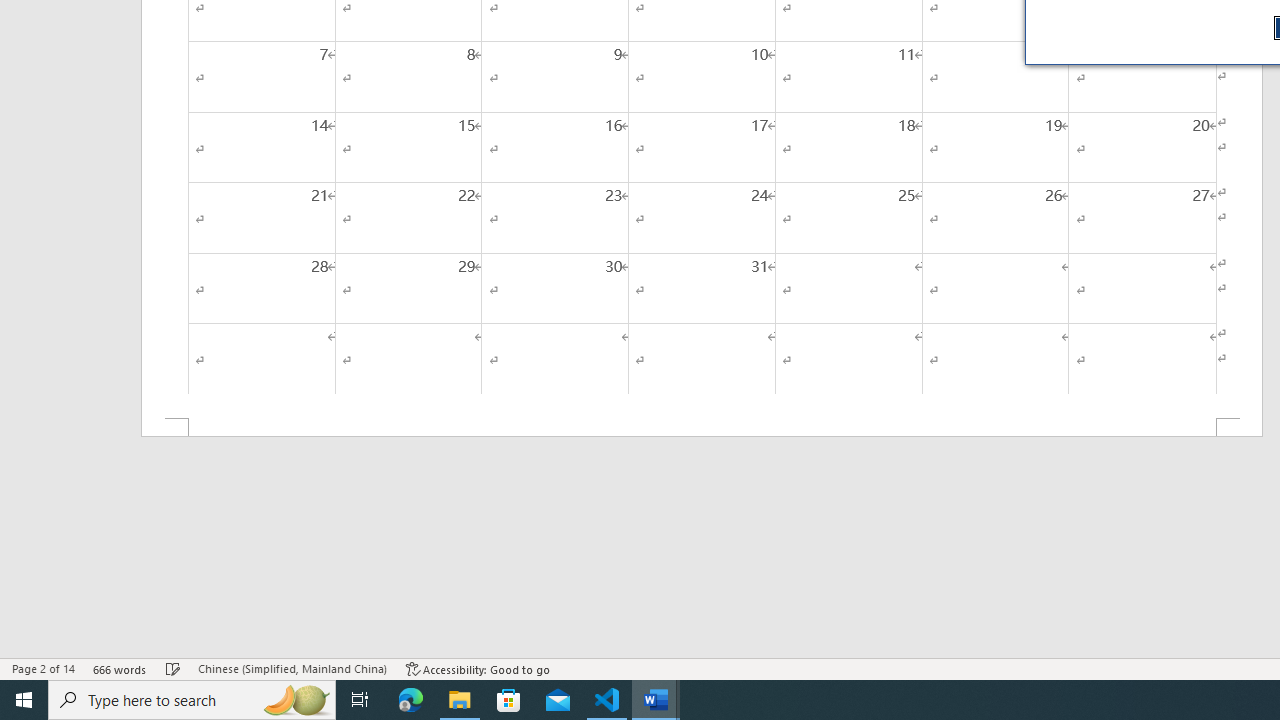 The height and width of the screenshot is (720, 1280). What do you see at coordinates (43, 669) in the screenshot?
I see `'Page Number Page 2 of 14'` at bounding box center [43, 669].